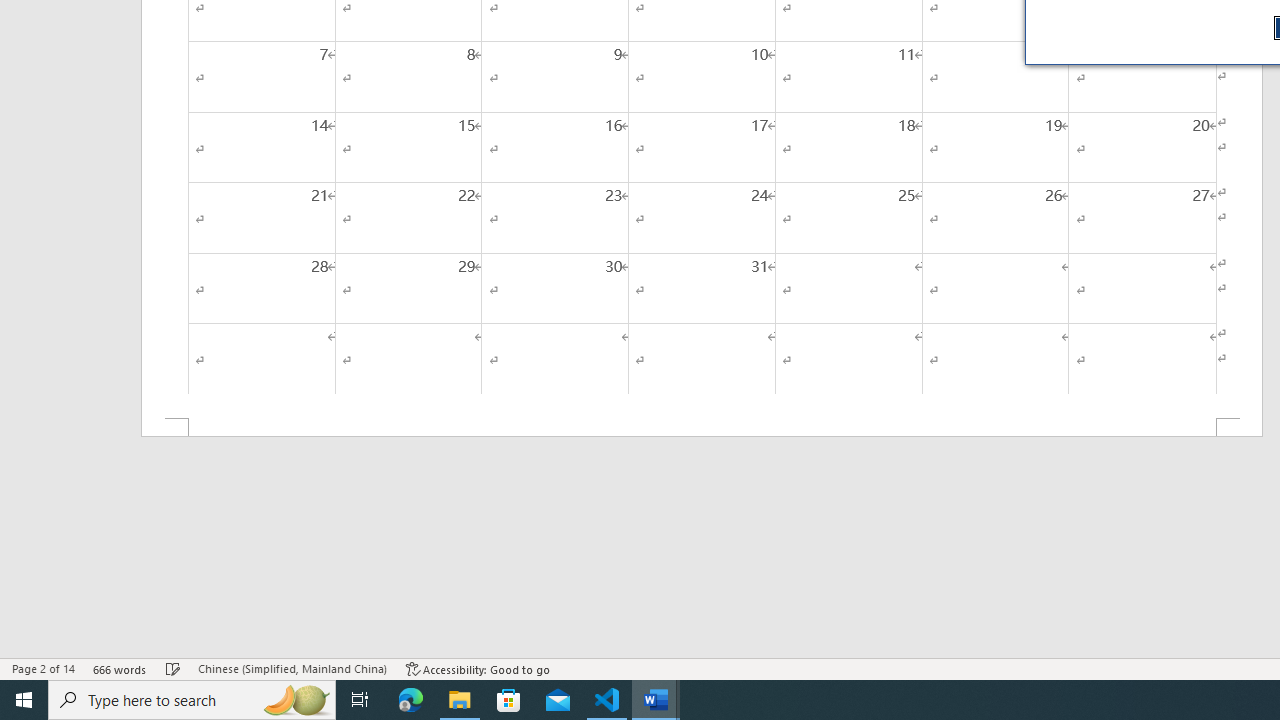 The height and width of the screenshot is (720, 1280). What do you see at coordinates (43, 669) in the screenshot?
I see `'Page Number Page 2 of 14'` at bounding box center [43, 669].